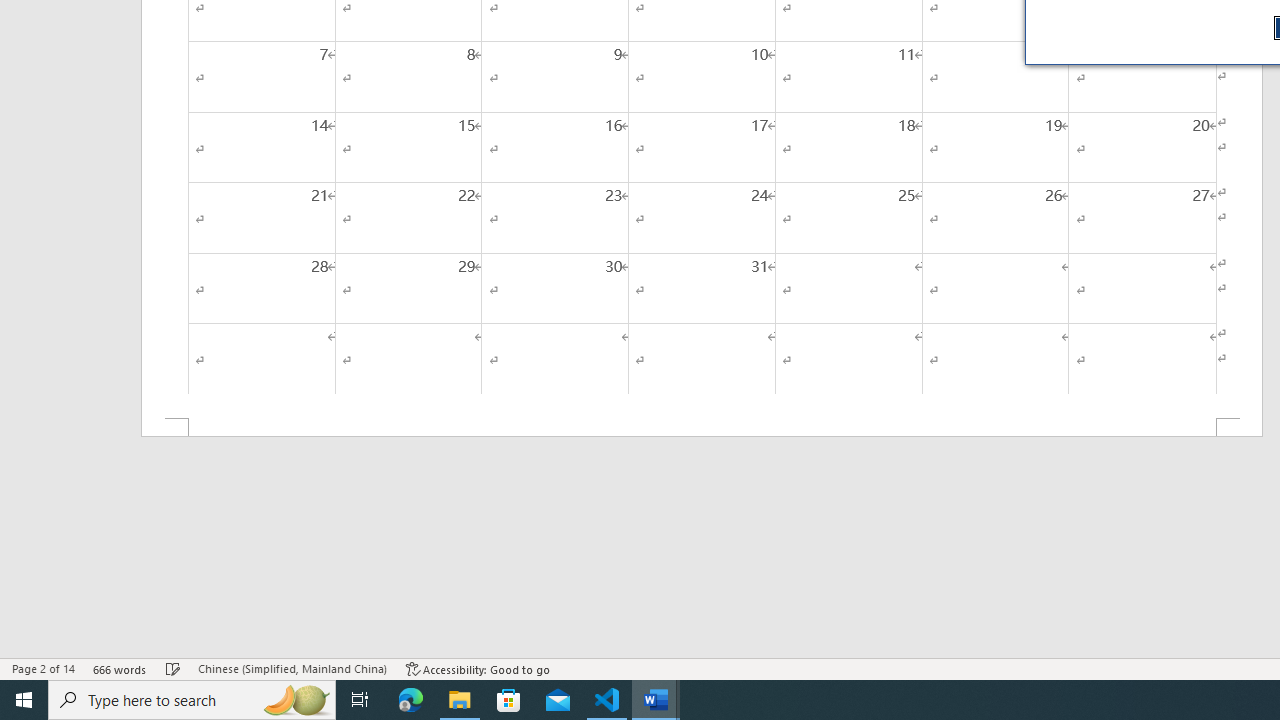 The height and width of the screenshot is (720, 1280). What do you see at coordinates (43, 669) in the screenshot?
I see `'Page Number Page 2 of 14'` at bounding box center [43, 669].